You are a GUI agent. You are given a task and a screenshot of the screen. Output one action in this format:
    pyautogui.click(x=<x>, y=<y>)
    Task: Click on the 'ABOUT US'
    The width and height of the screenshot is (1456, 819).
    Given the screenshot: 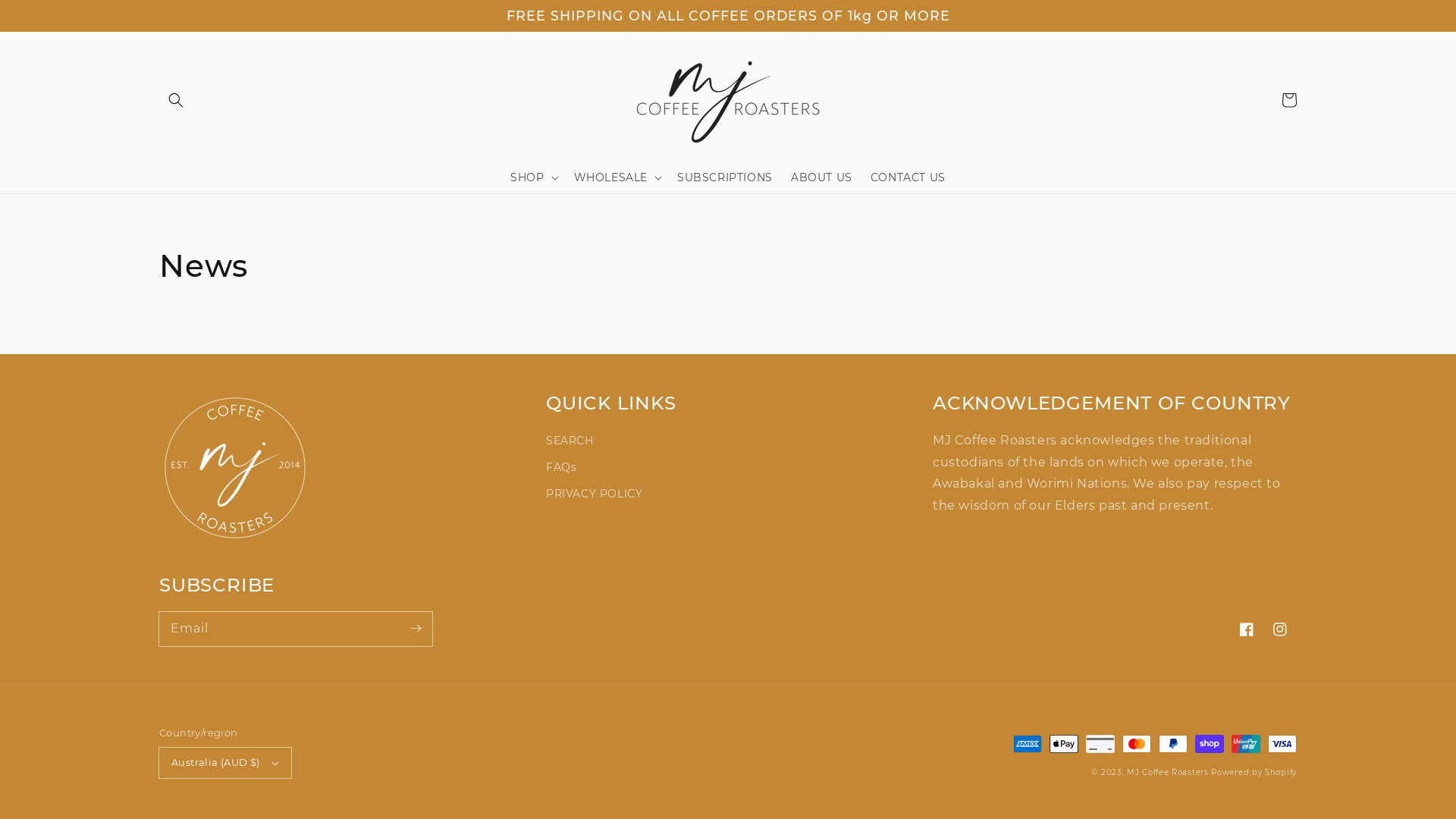 What is the action you would take?
    pyautogui.click(x=821, y=177)
    